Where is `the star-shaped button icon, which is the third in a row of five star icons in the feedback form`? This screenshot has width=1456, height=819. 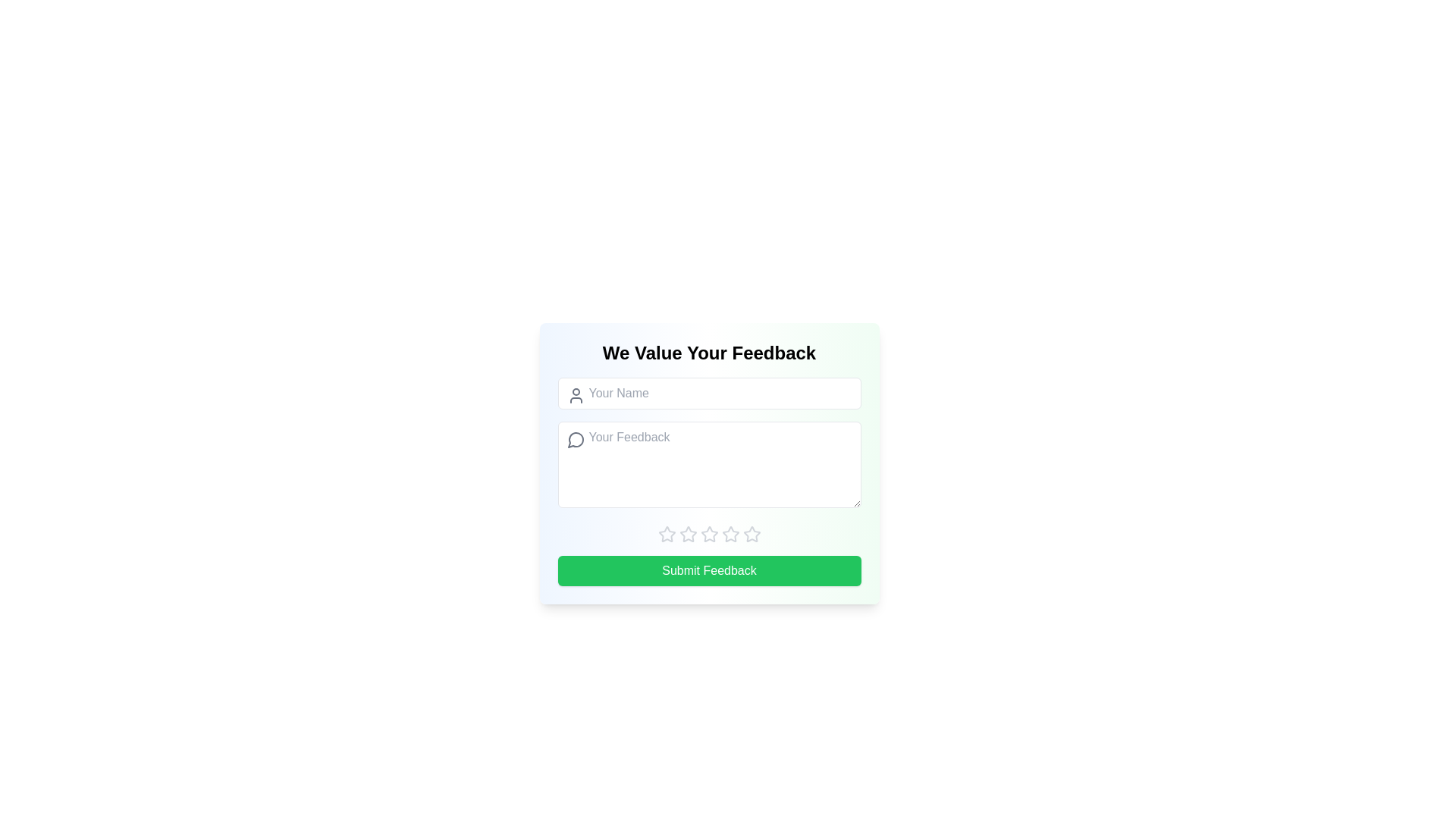 the star-shaped button icon, which is the third in a row of five star icons in the feedback form is located at coordinates (687, 534).